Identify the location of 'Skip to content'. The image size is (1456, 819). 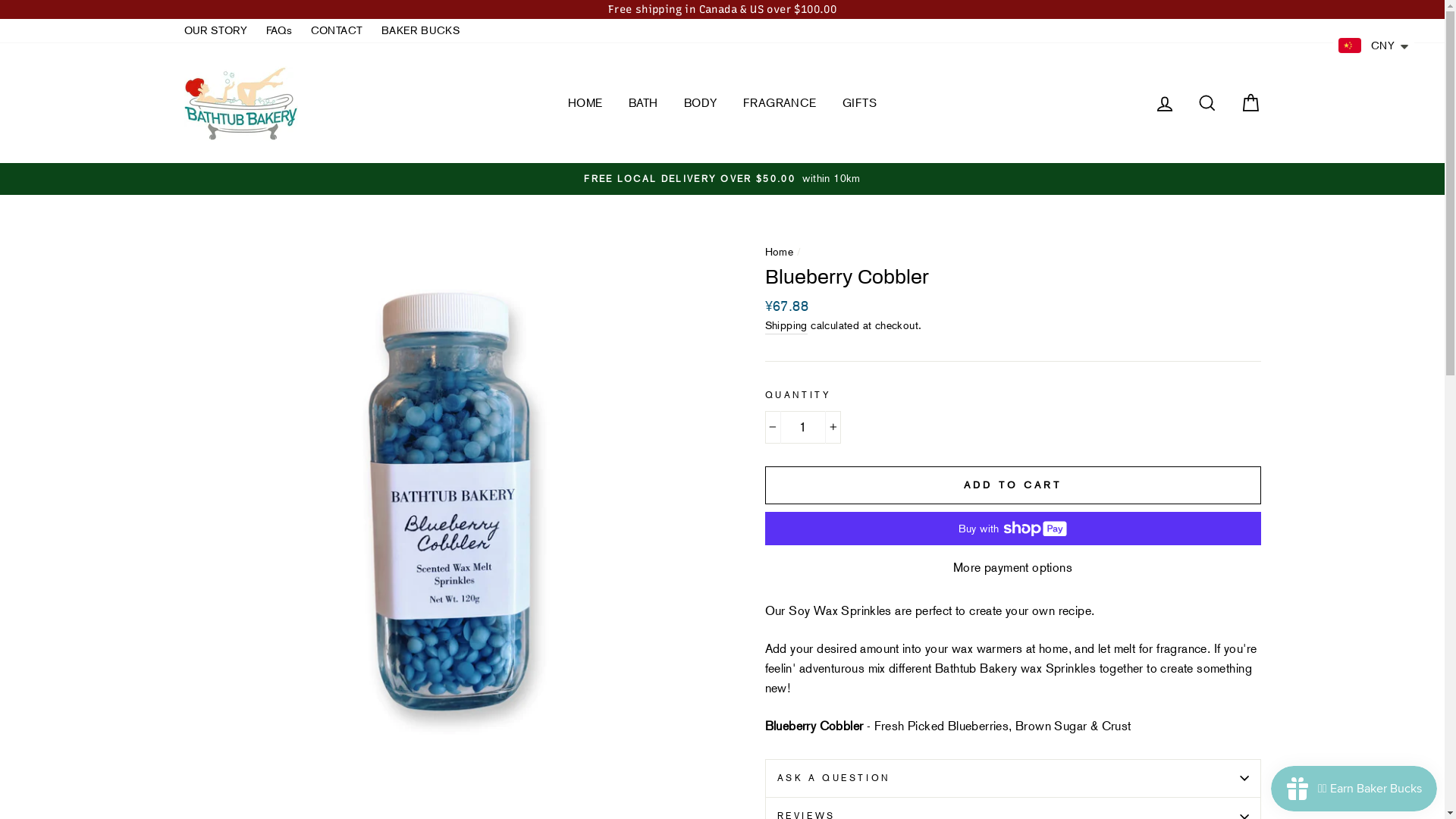
(0, 0).